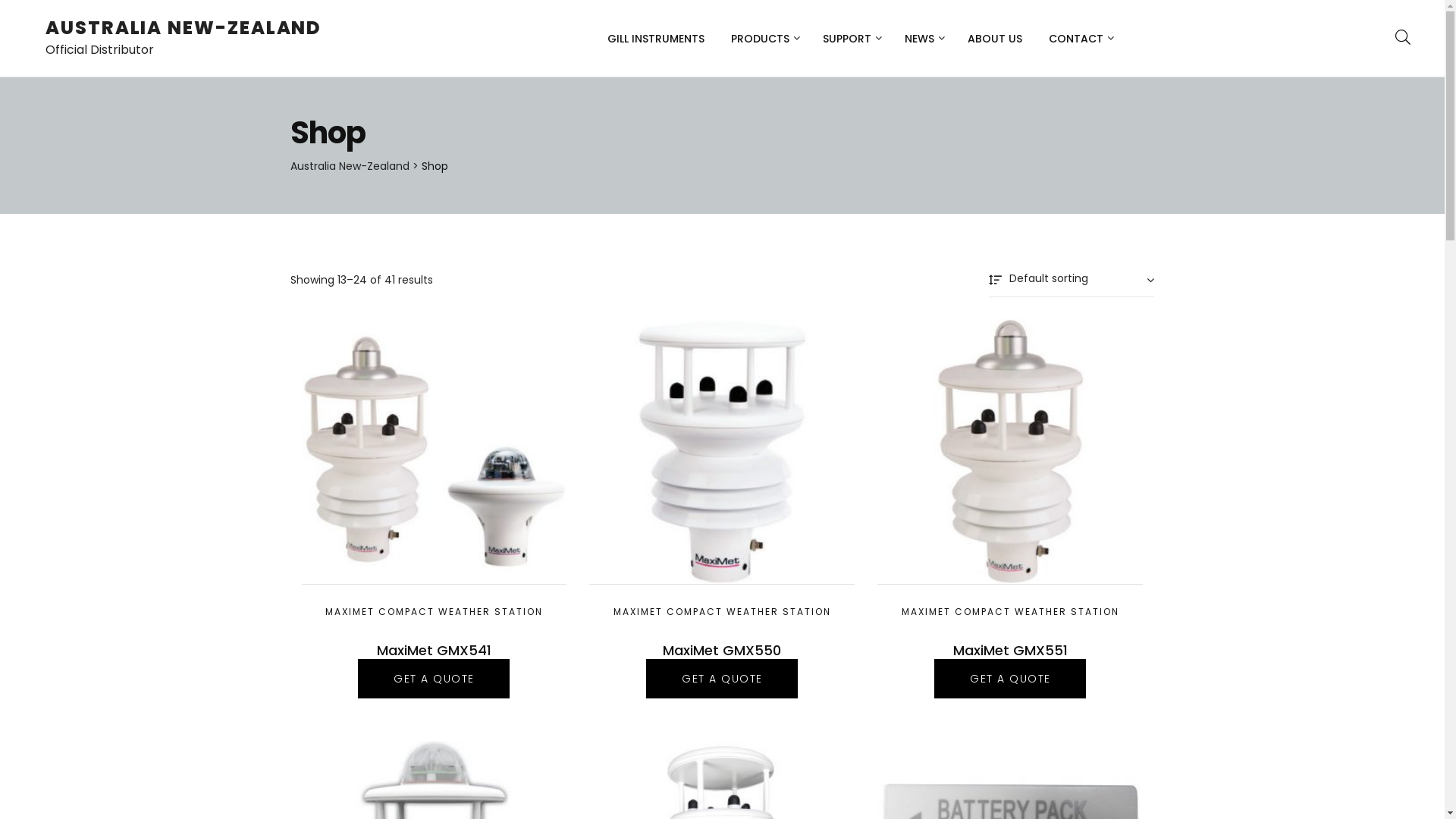  What do you see at coordinates (902, 610) in the screenshot?
I see `'MAXIMET COMPACT WEATHER STATION'` at bounding box center [902, 610].